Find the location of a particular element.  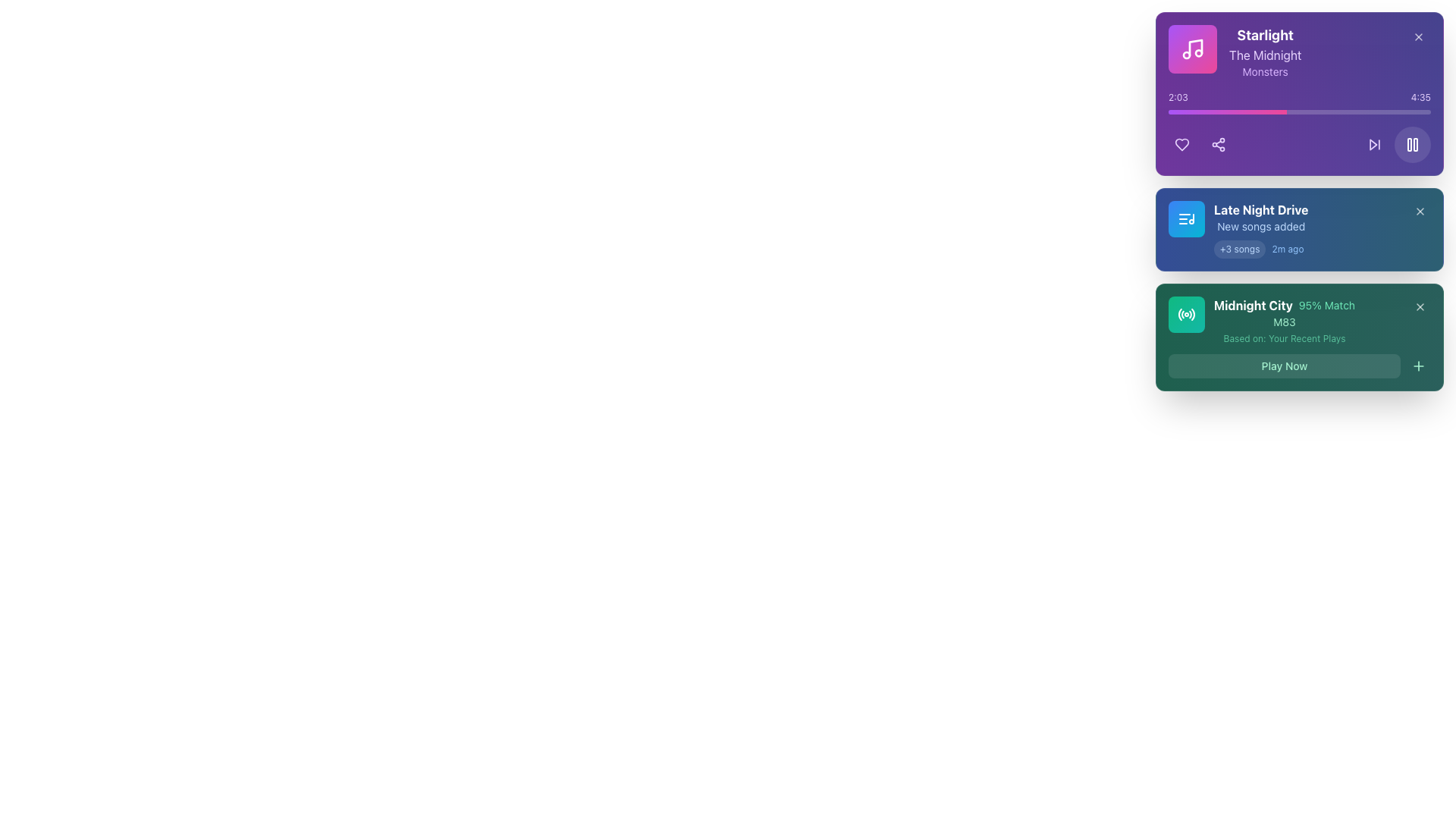

the rectangular button labeled '+3 songs' with a semi-transparent blue background located in the notification block for 'Late Night Drive' is located at coordinates (1240, 248).